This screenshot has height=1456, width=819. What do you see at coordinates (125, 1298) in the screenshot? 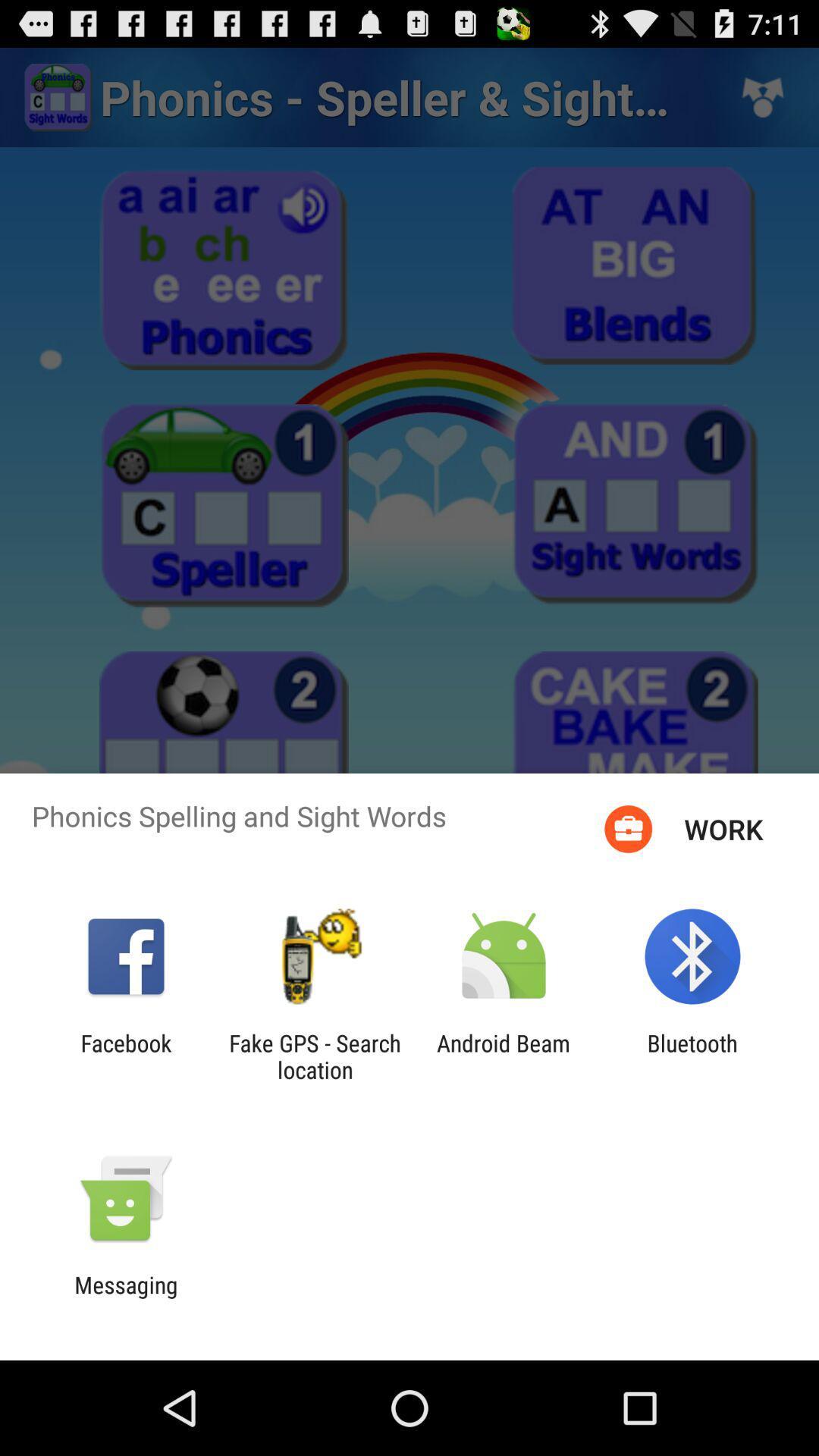
I see `the messaging icon` at bounding box center [125, 1298].